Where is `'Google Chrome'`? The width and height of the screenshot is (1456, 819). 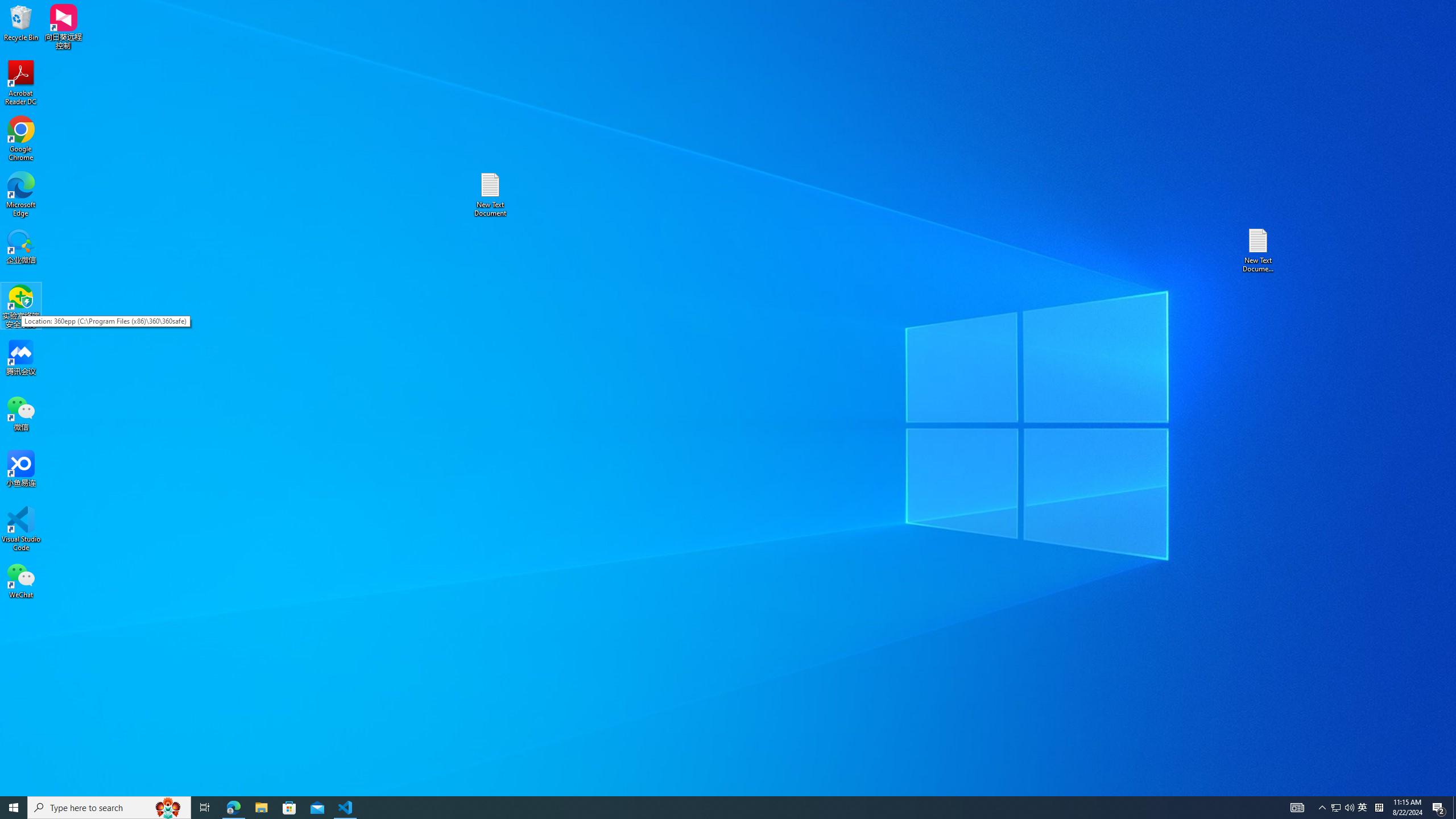 'Google Chrome' is located at coordinates (20, 139).